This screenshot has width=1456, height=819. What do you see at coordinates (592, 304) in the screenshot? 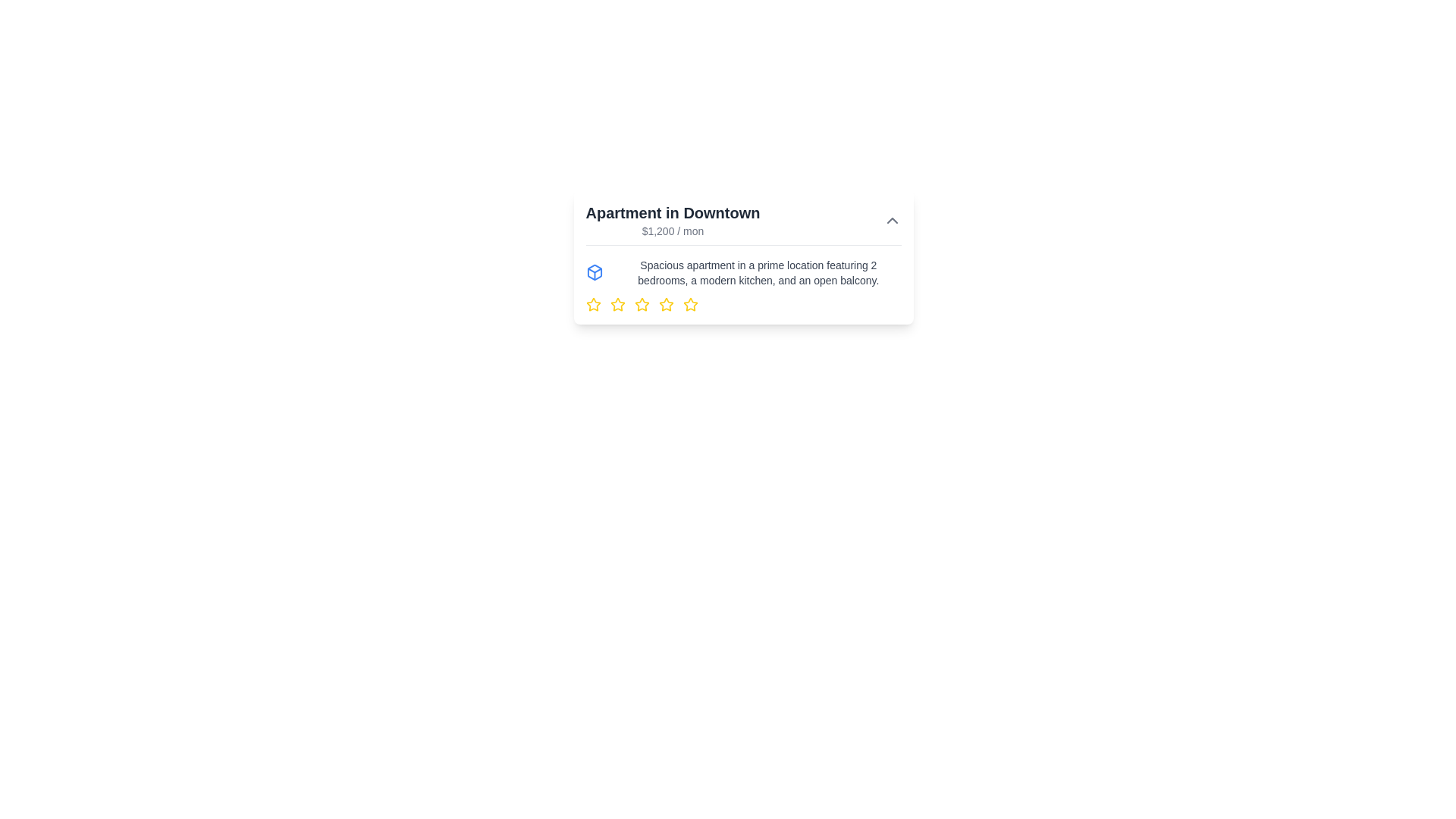
I see `the first star icon on the left in the horizontal row of stars below the apartment description` at bounding box center [592, 304].